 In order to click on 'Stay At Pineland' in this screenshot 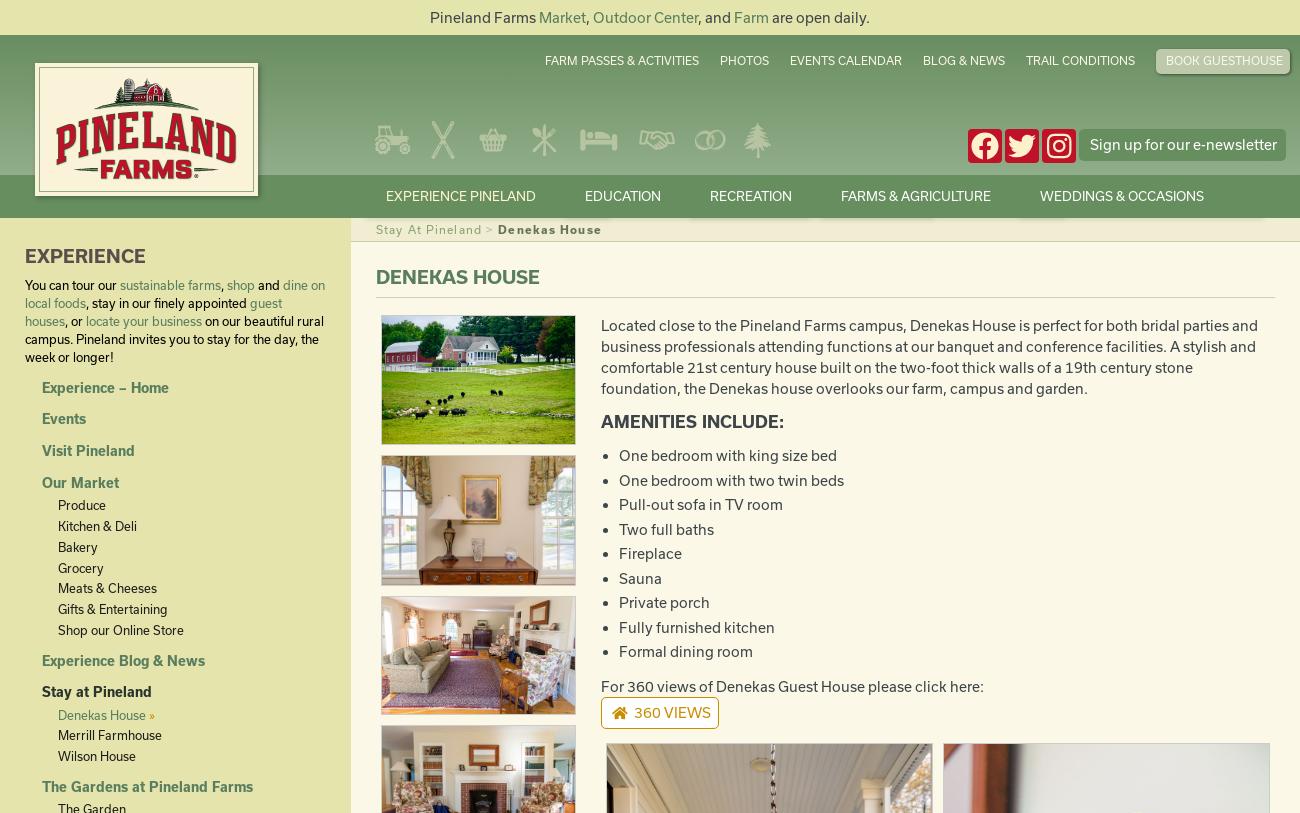, I will do `click(428, 228)`.